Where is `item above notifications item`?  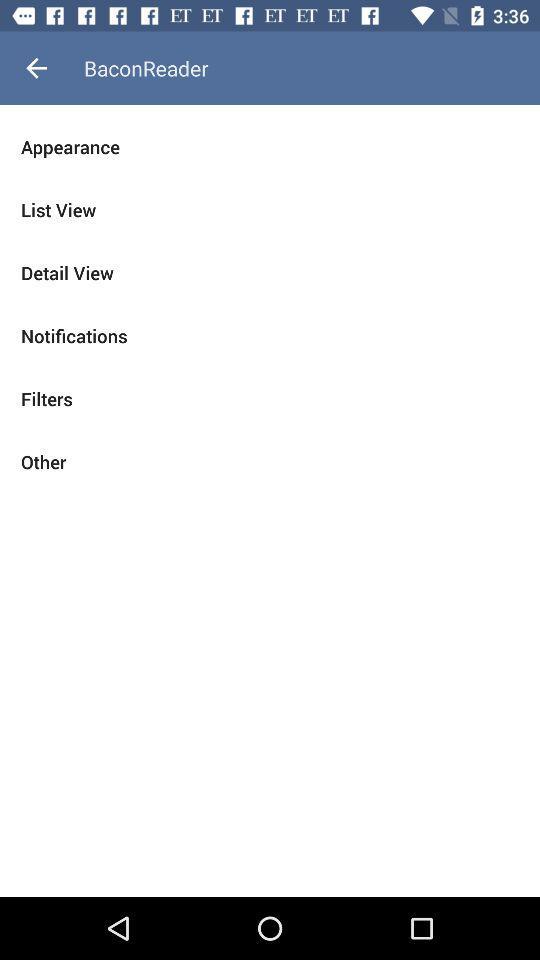
item above notifications item is located at coordinates (270, 272).